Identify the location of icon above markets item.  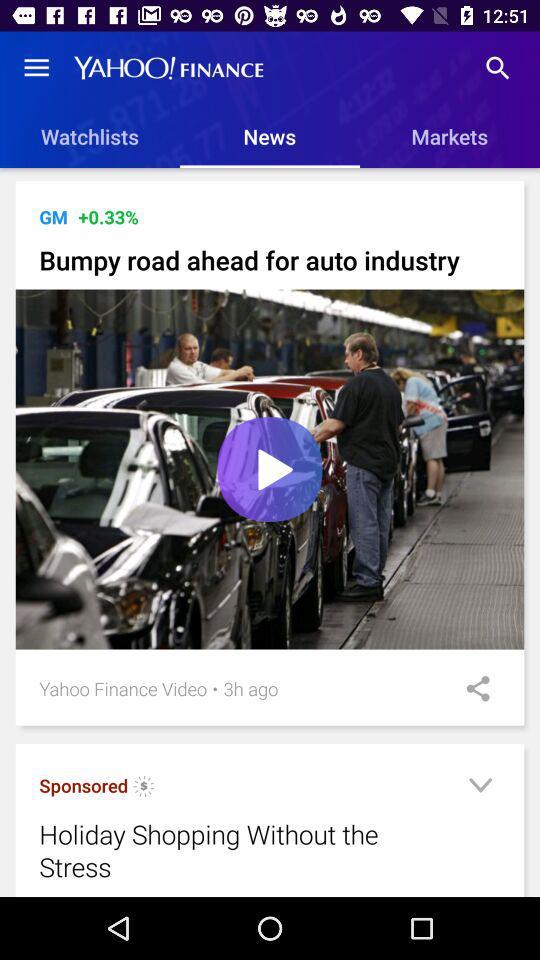
(496, 68).